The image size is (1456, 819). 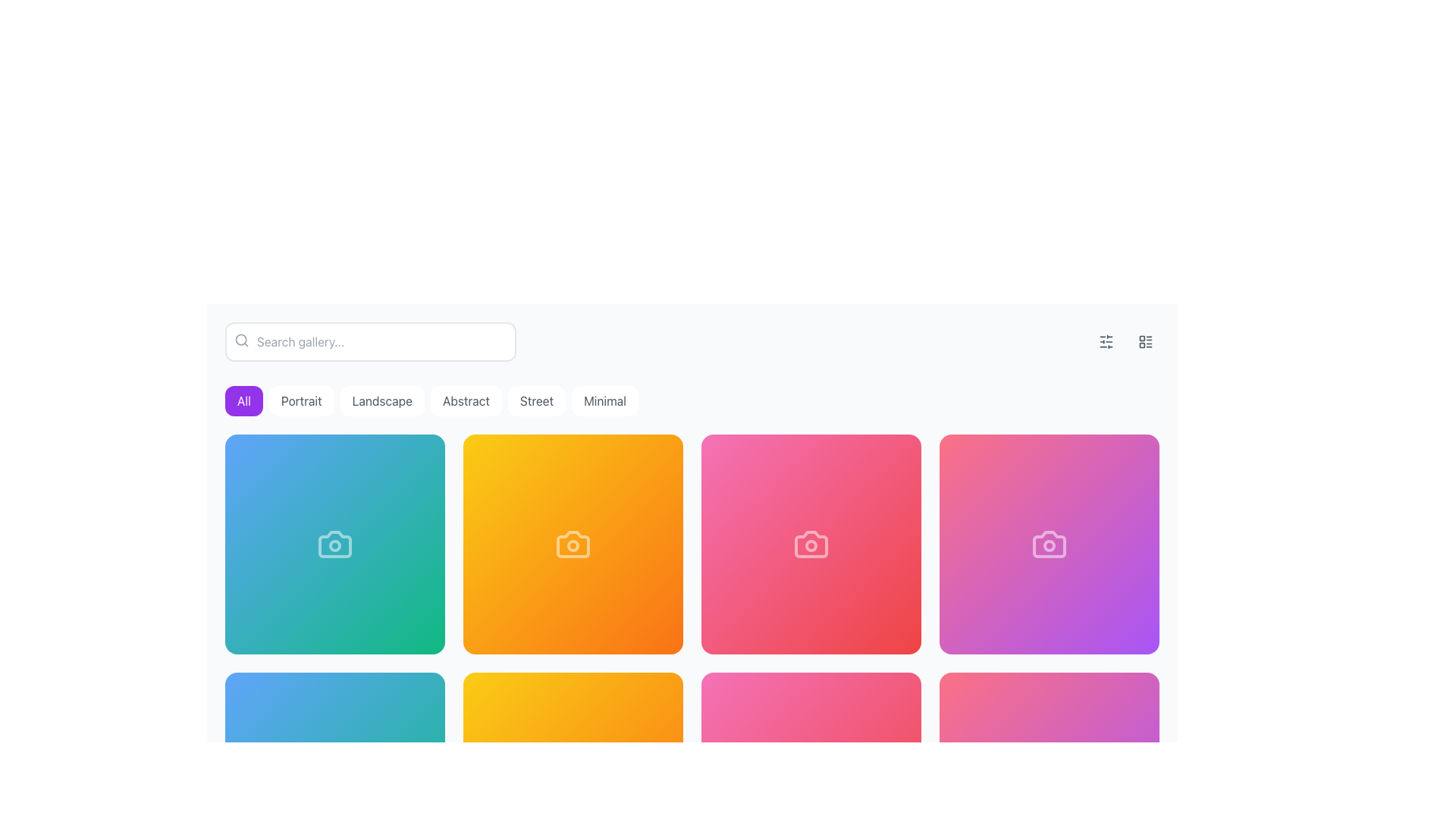 What do you see at coordinates (240, 339) in the screenshot?
I see `the circular part of the magnifying glass icon, which represents the search capability and is located at the top-left corner of the search bar` at bounding box center [240, 339].